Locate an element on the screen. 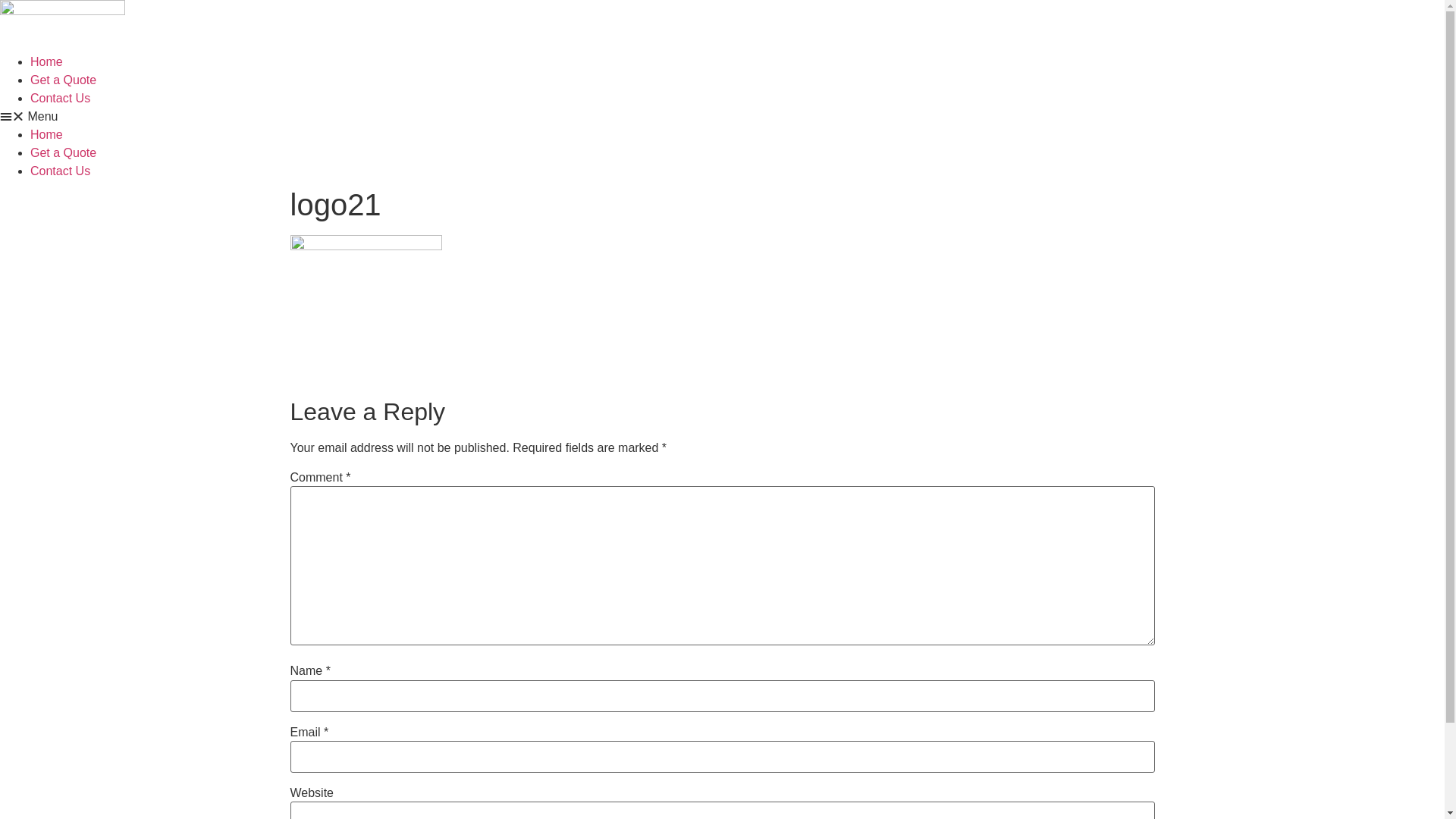 This screenshot has width=1456, height=819. 'Contact Us' is located at coordinates (60, 98).